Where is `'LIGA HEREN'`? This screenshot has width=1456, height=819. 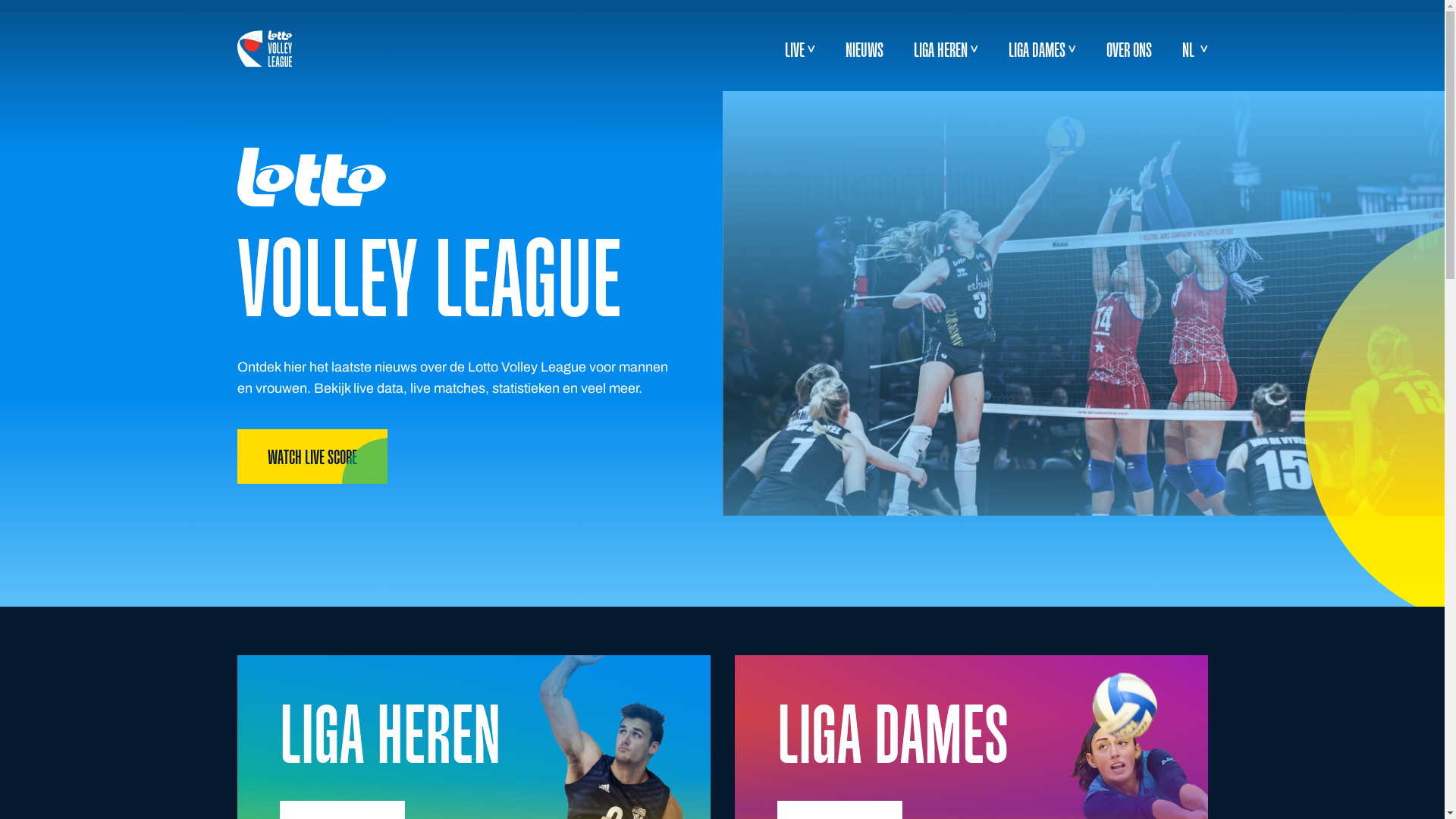
'LIGA HEREN' is located at coordinates (912, 48).